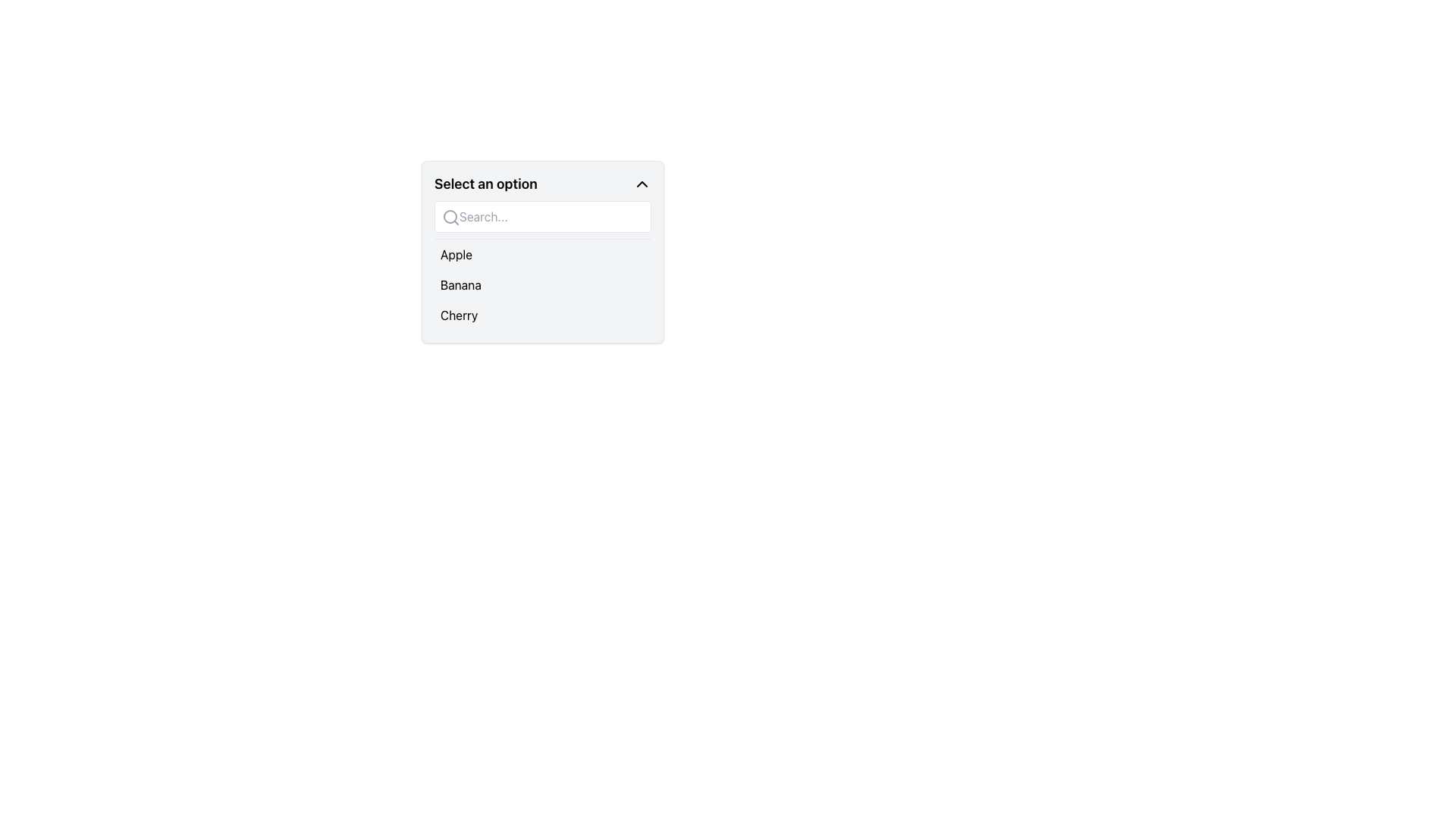 The width and height of the screenshot is (1456, 819). What do you see at coordinates (455, 253) in the screenshot?
I see `the text label displaying 'Apple'` at bounding box center [455, 253].